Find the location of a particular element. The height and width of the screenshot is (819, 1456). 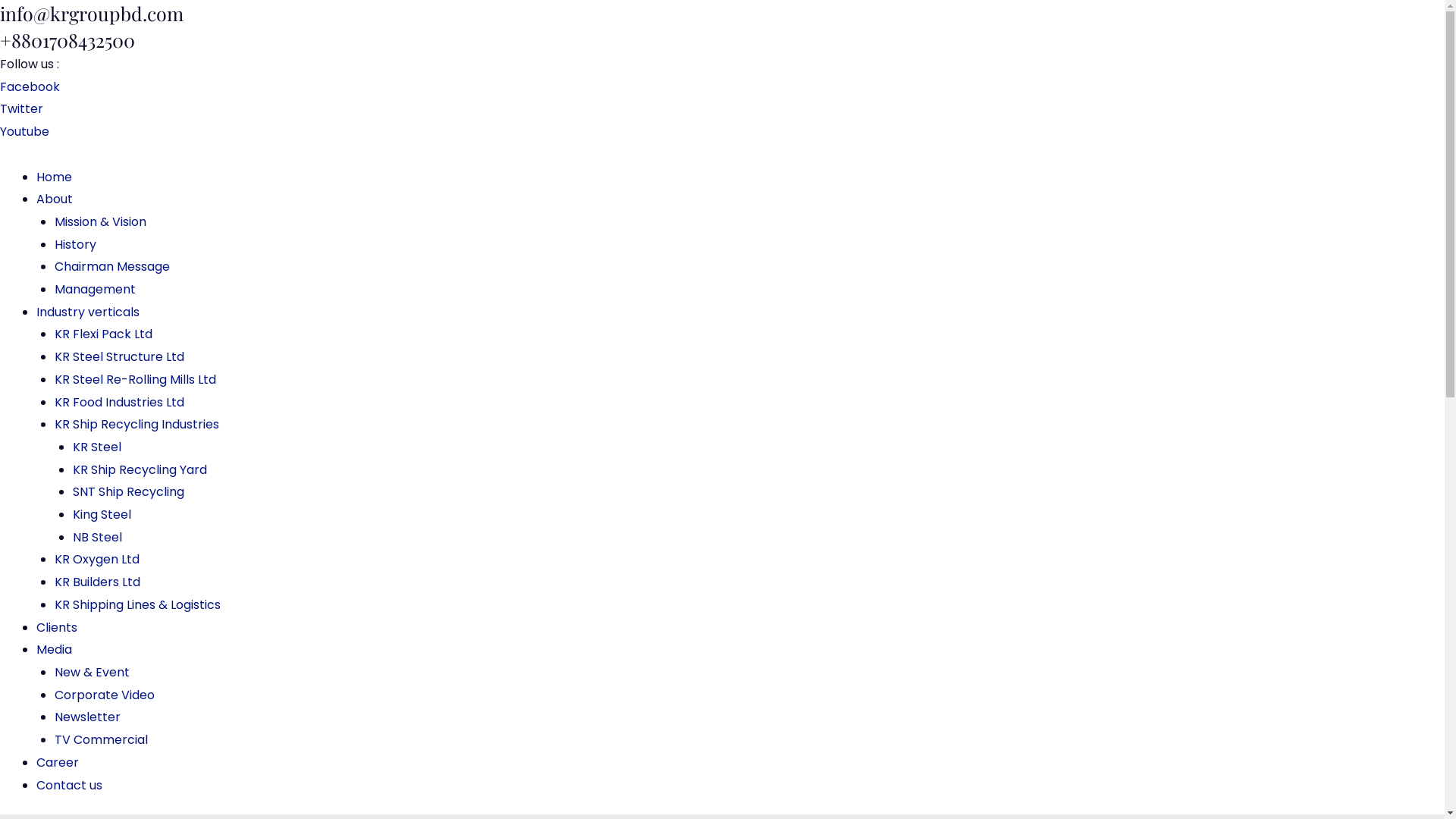

'KR Steel' is located at coordinates (96, 446).